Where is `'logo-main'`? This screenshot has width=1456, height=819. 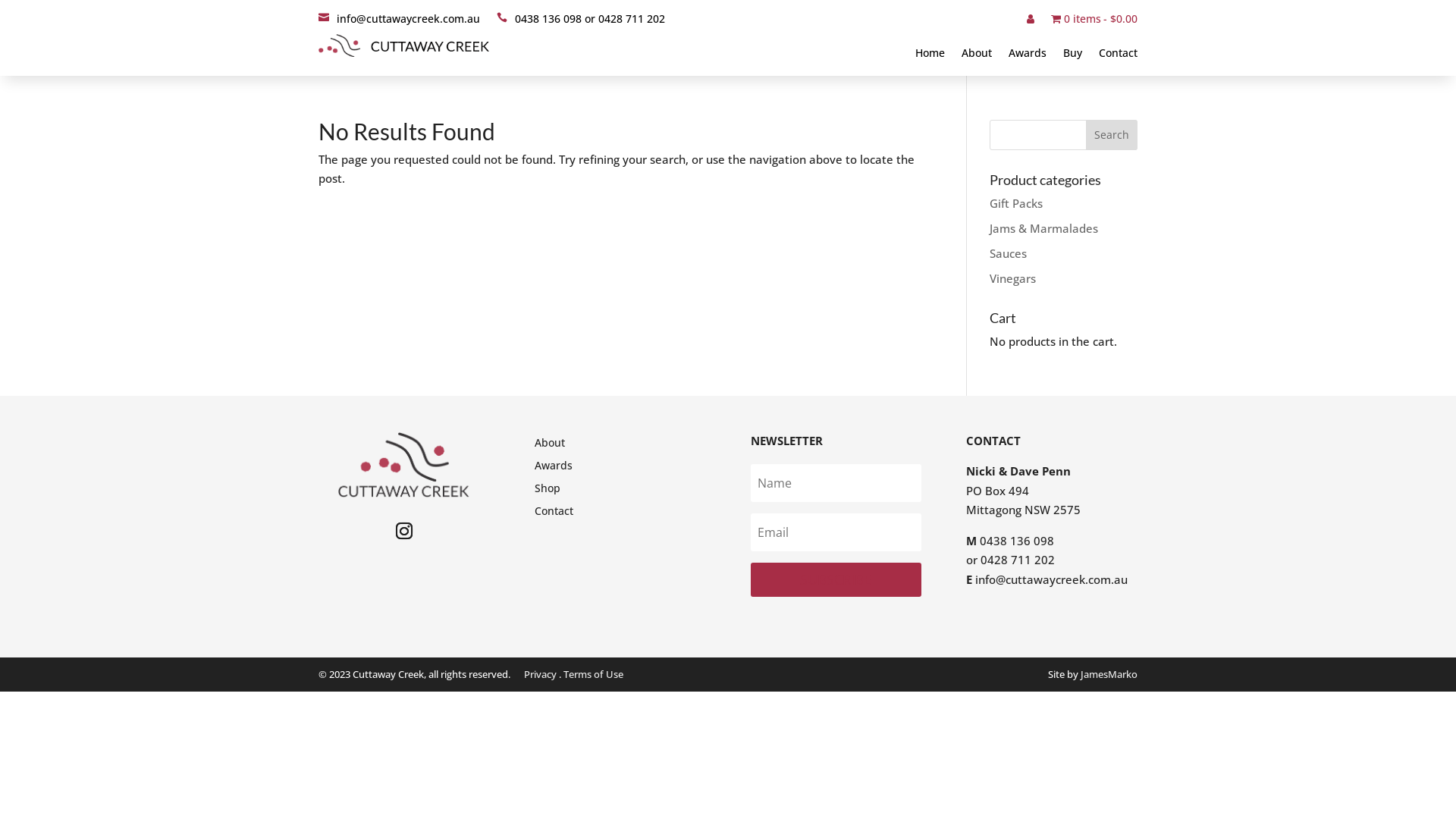 'logo-main' is located at coordinates (403, 45).